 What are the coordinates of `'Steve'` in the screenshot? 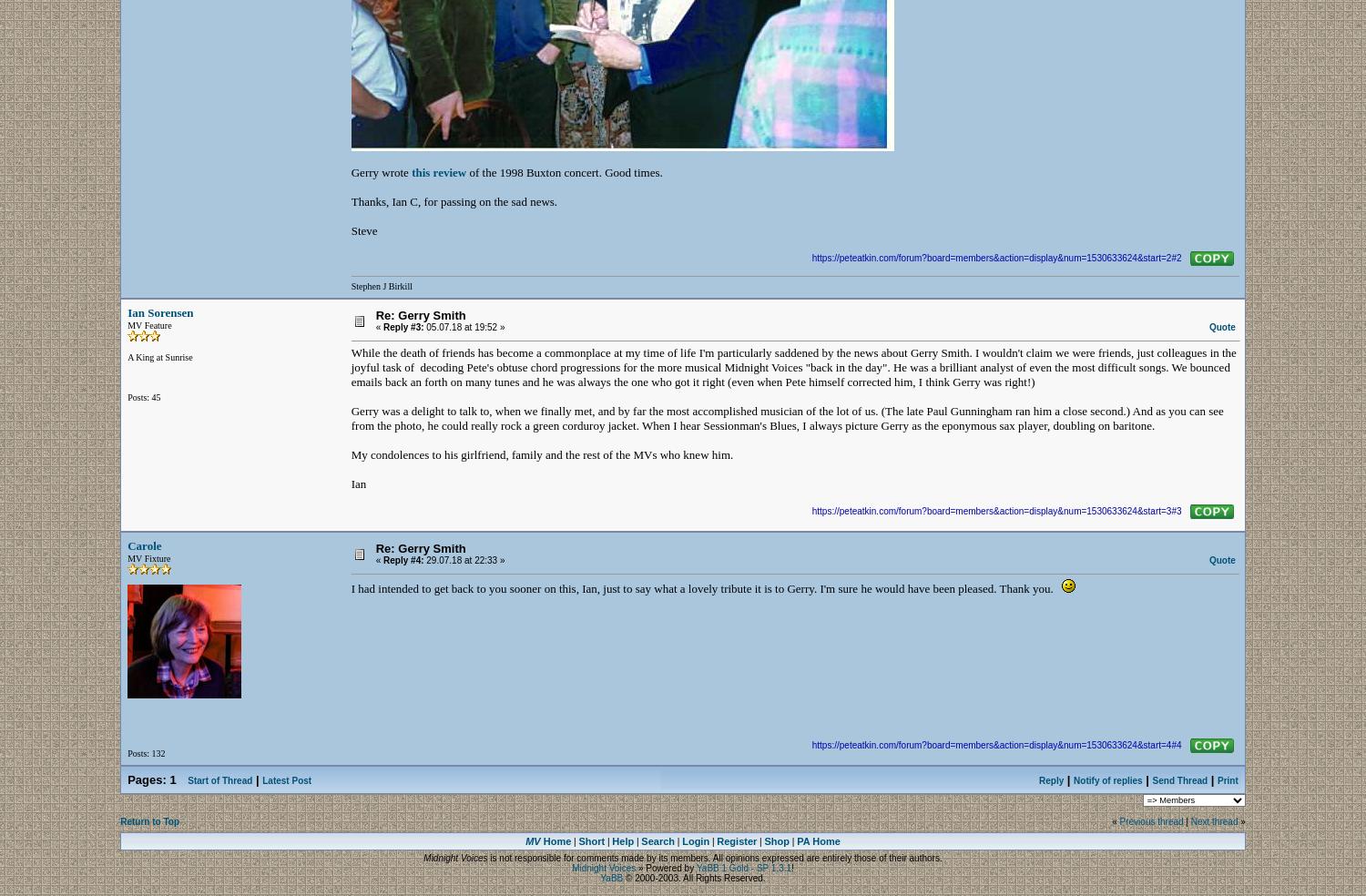 It's located at (363, 229).